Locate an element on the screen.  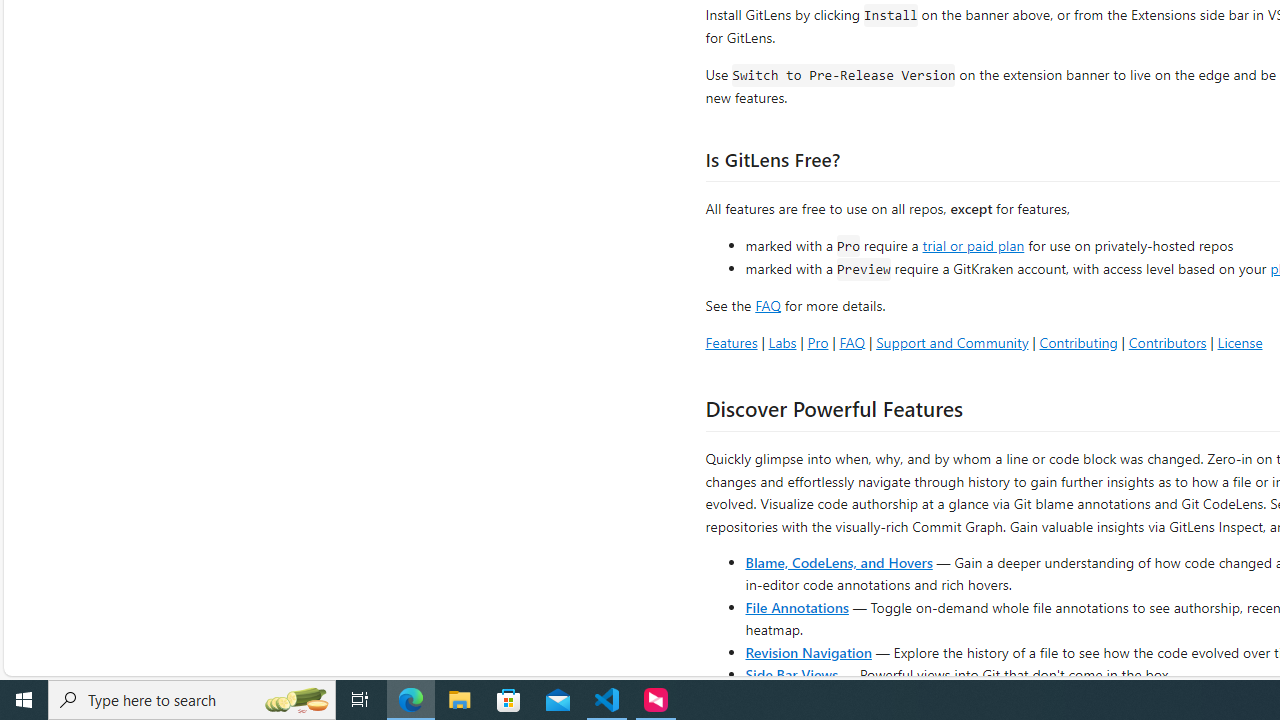
'License' is located at coordinates (1239, 341).